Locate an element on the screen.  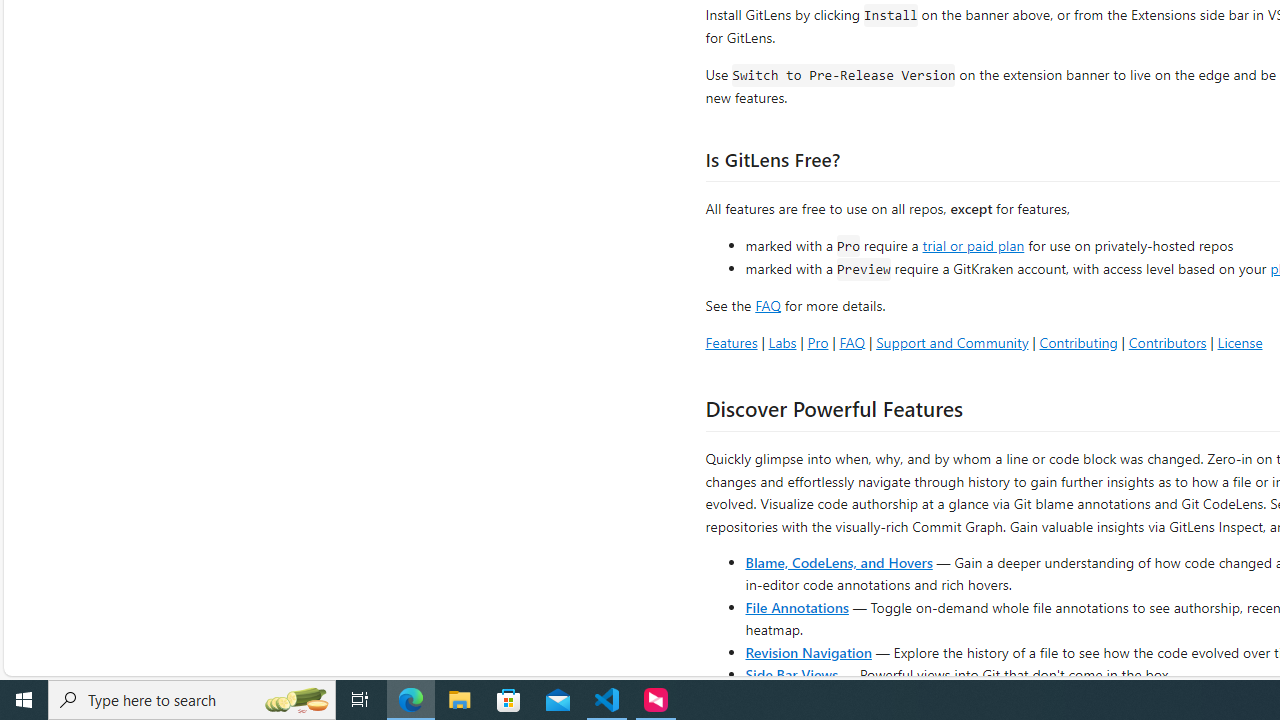
'License' is located at coordinates (1239, 341).